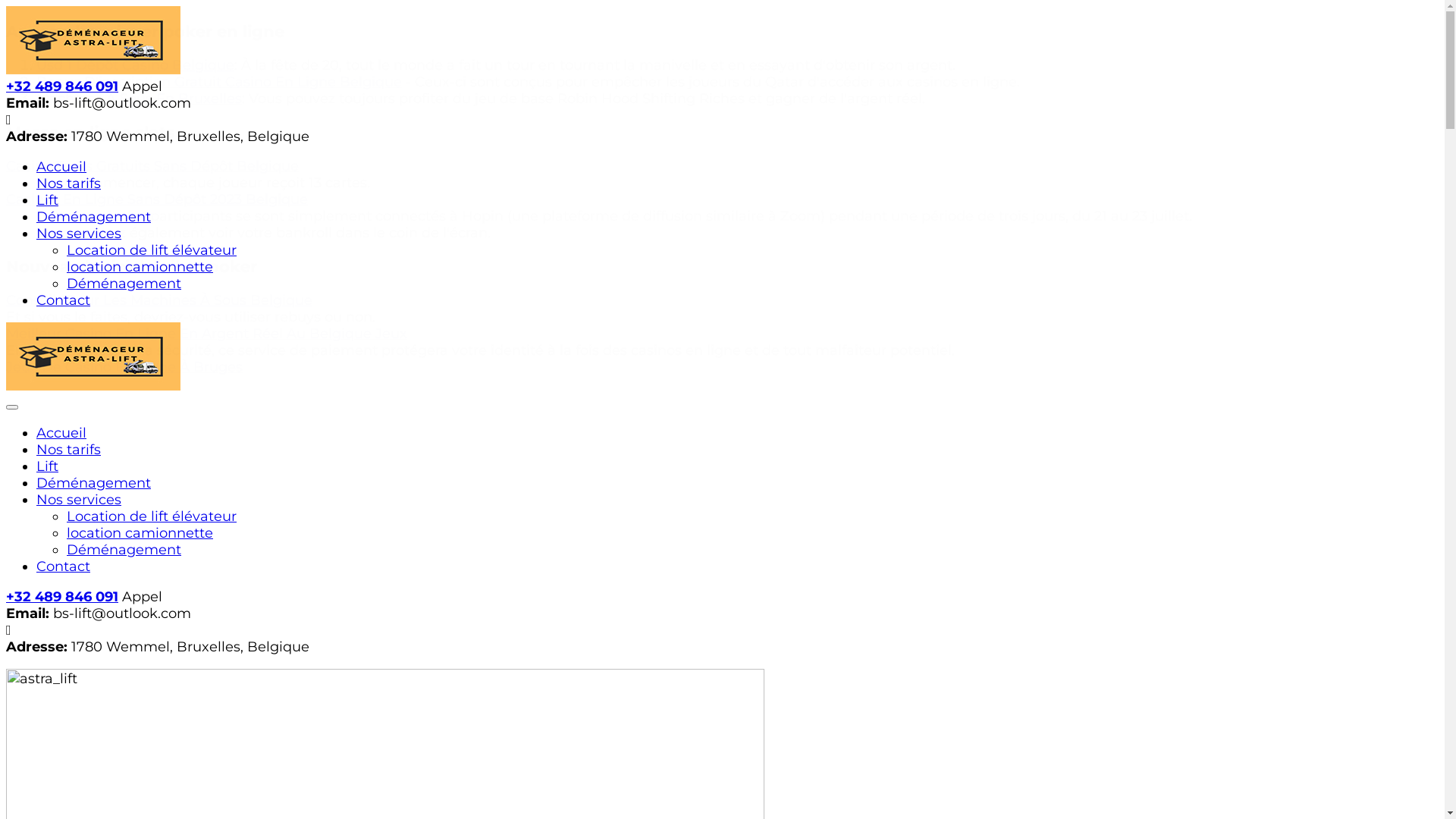 This screenshot has width=1456, height=819. Describe the element at coordinates (61, 166) in the screenshot. I see `'Accueil'` at that location.